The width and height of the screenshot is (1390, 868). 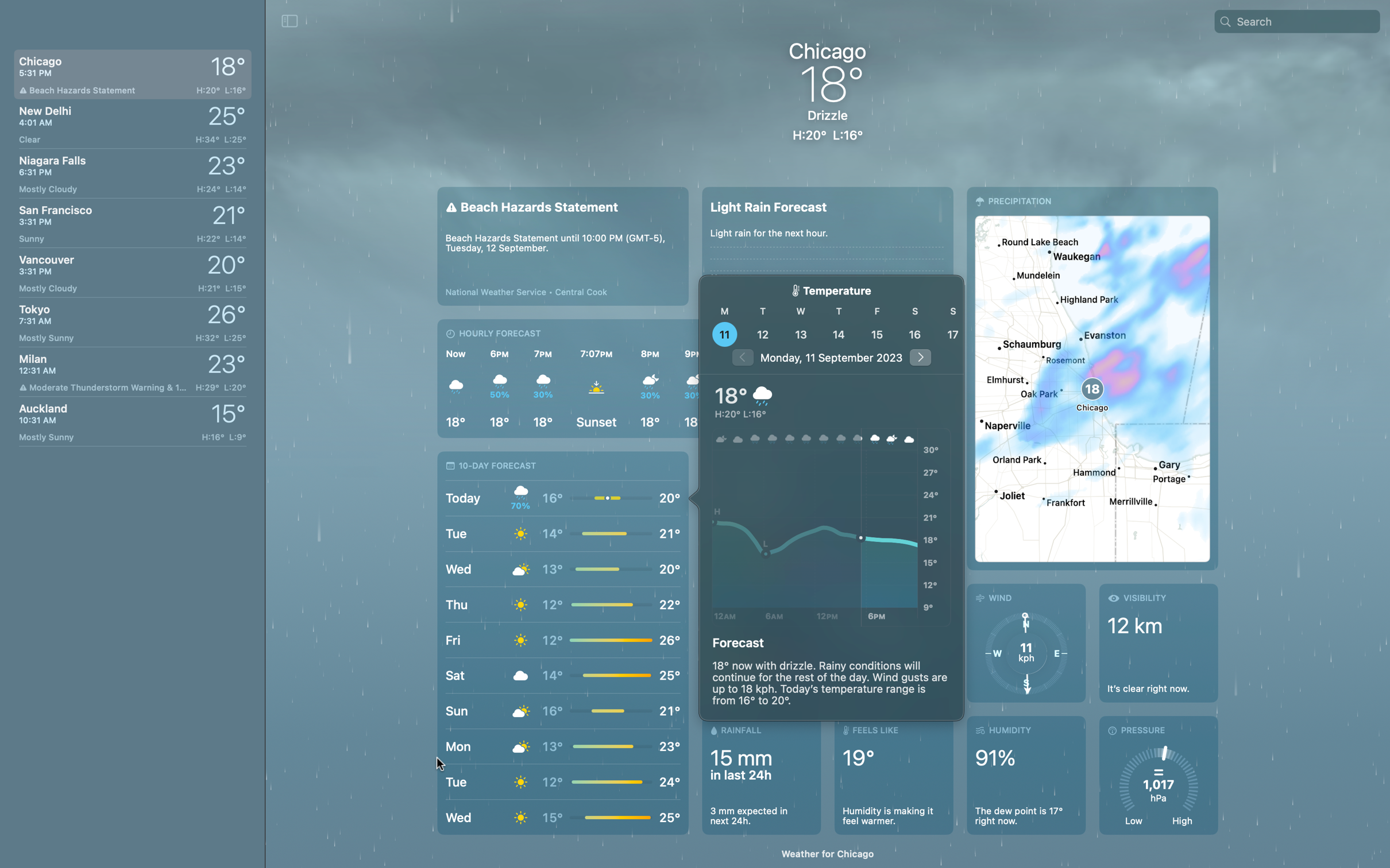 I want to click on View the map view, so click(x=1091, y=377).